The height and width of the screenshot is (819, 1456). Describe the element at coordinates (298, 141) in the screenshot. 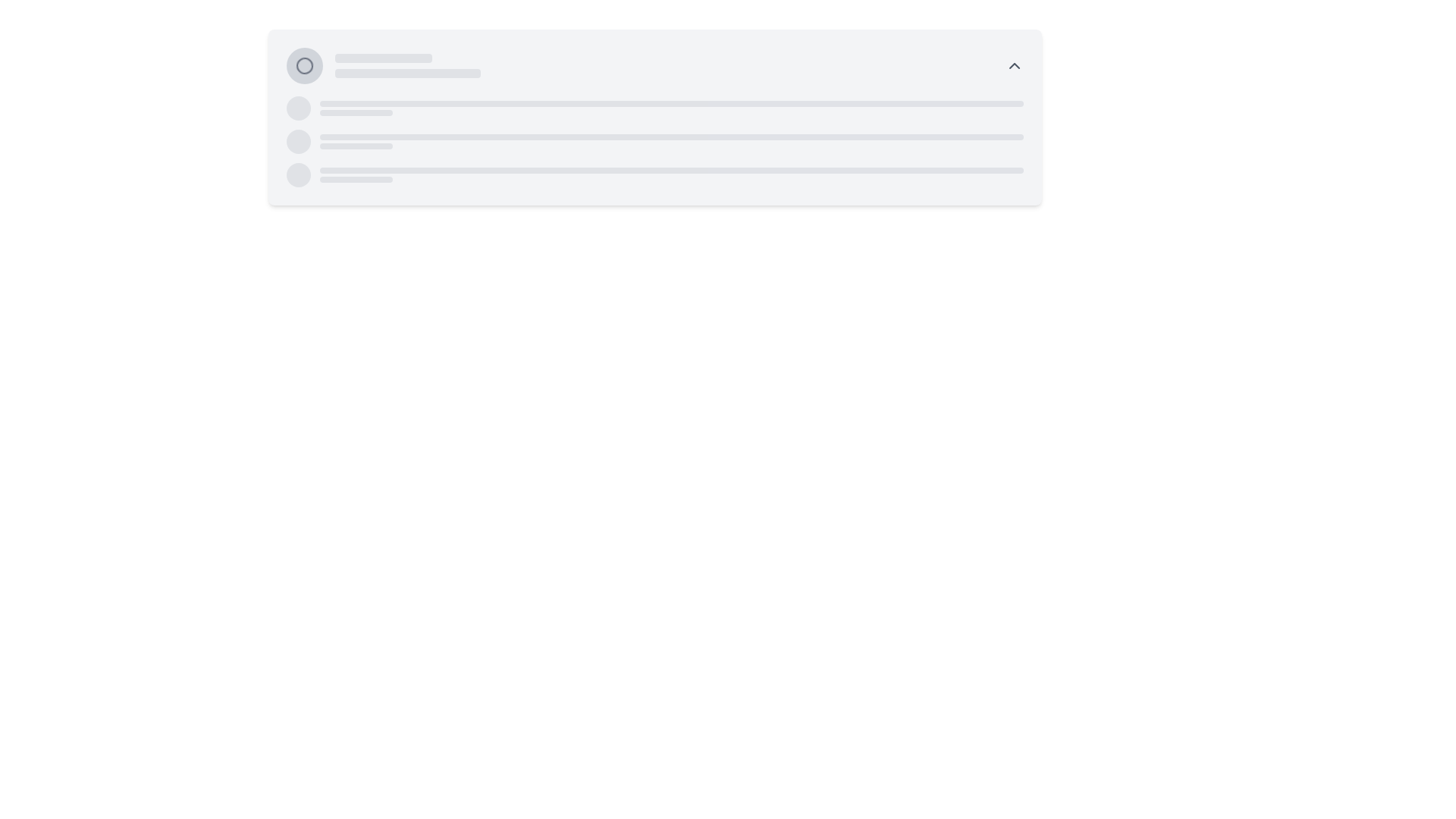

I see `the leftmost decorative placeholder element that serves as a visual indicator, located in the middle-left section of the interface` at that location.